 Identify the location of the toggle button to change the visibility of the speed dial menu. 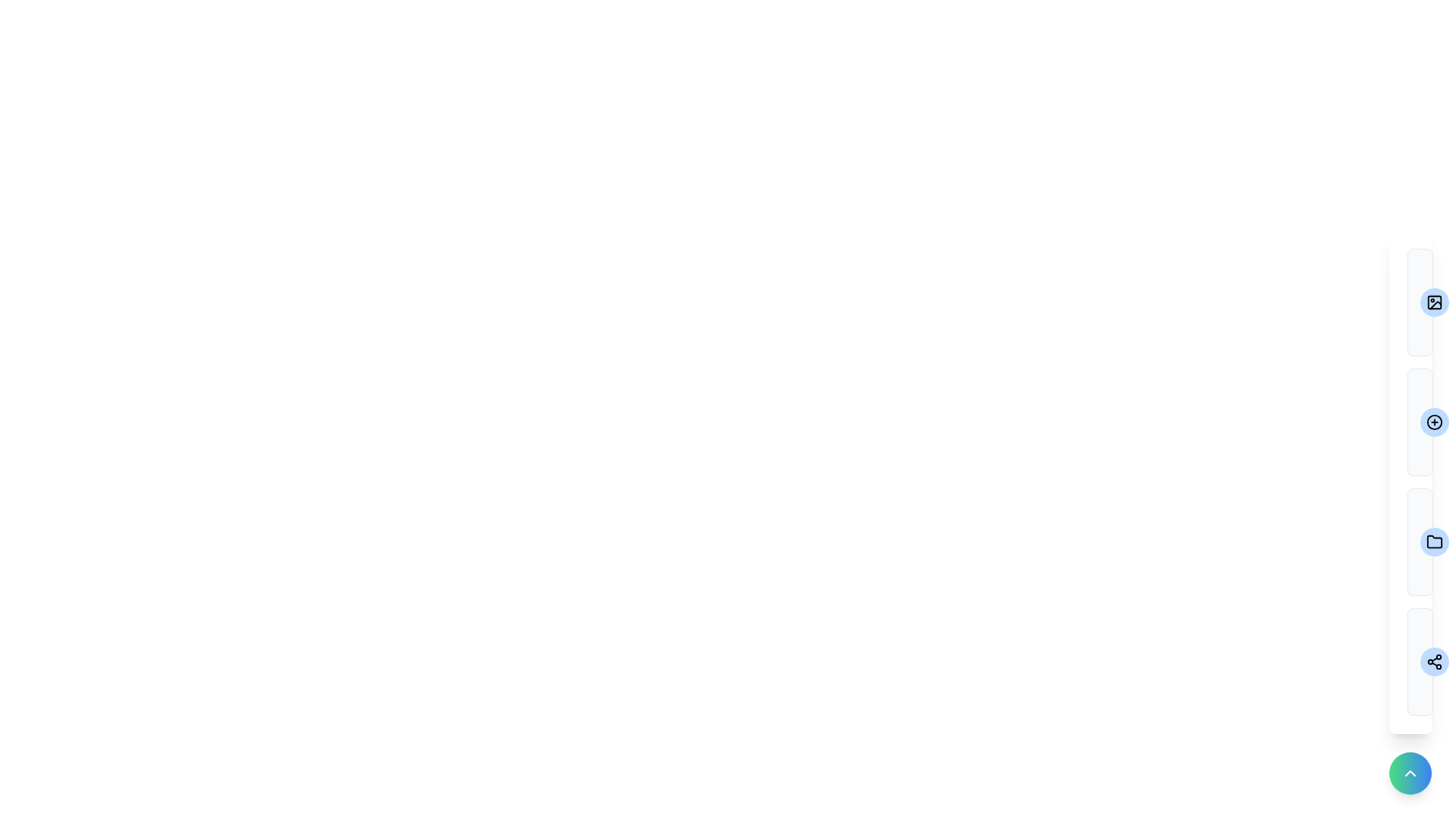
(1410, 773).